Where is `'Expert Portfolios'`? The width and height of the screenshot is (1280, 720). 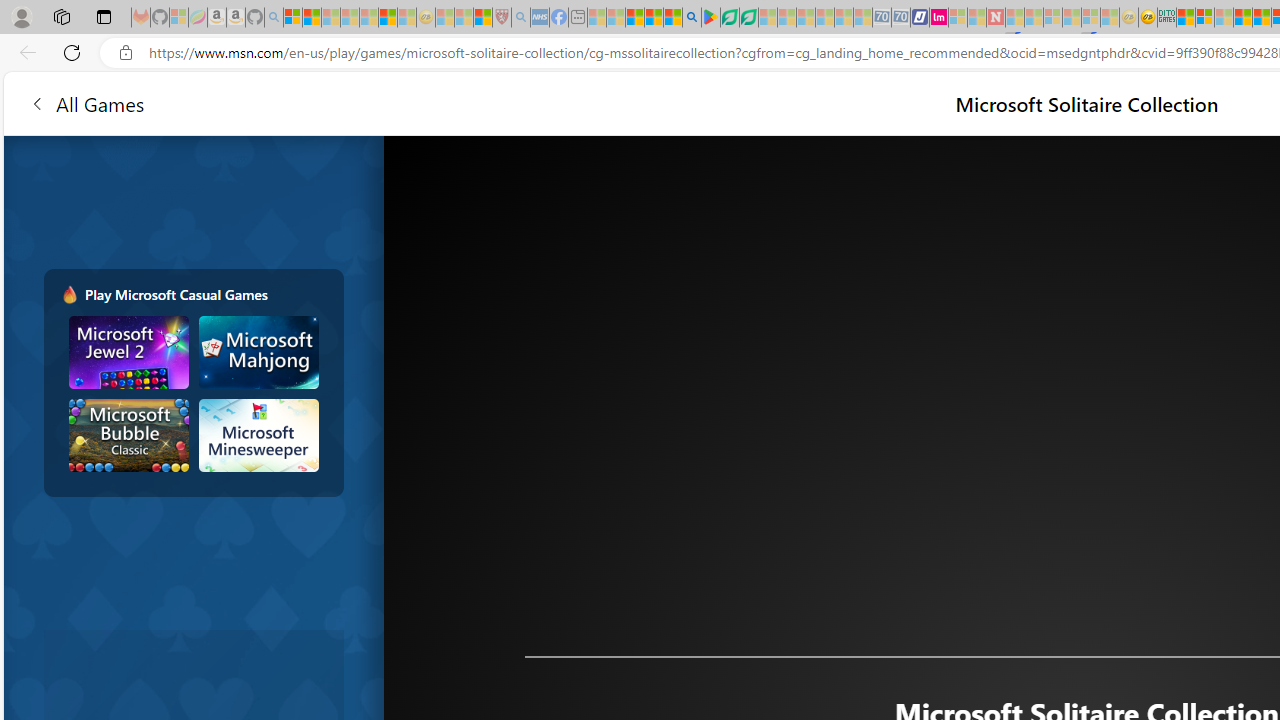
'Expert Portfolios' is located at coordinates (1241, 17).